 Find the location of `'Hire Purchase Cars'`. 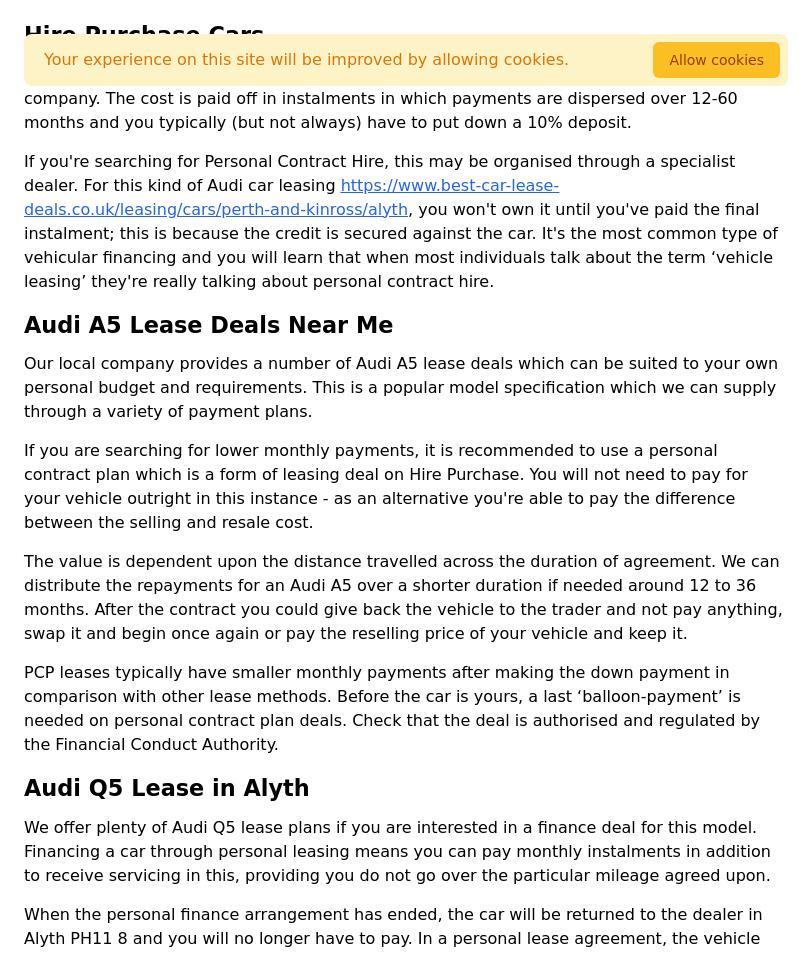

'Hire Purchase Cars' is located at coordinates (143, 33).